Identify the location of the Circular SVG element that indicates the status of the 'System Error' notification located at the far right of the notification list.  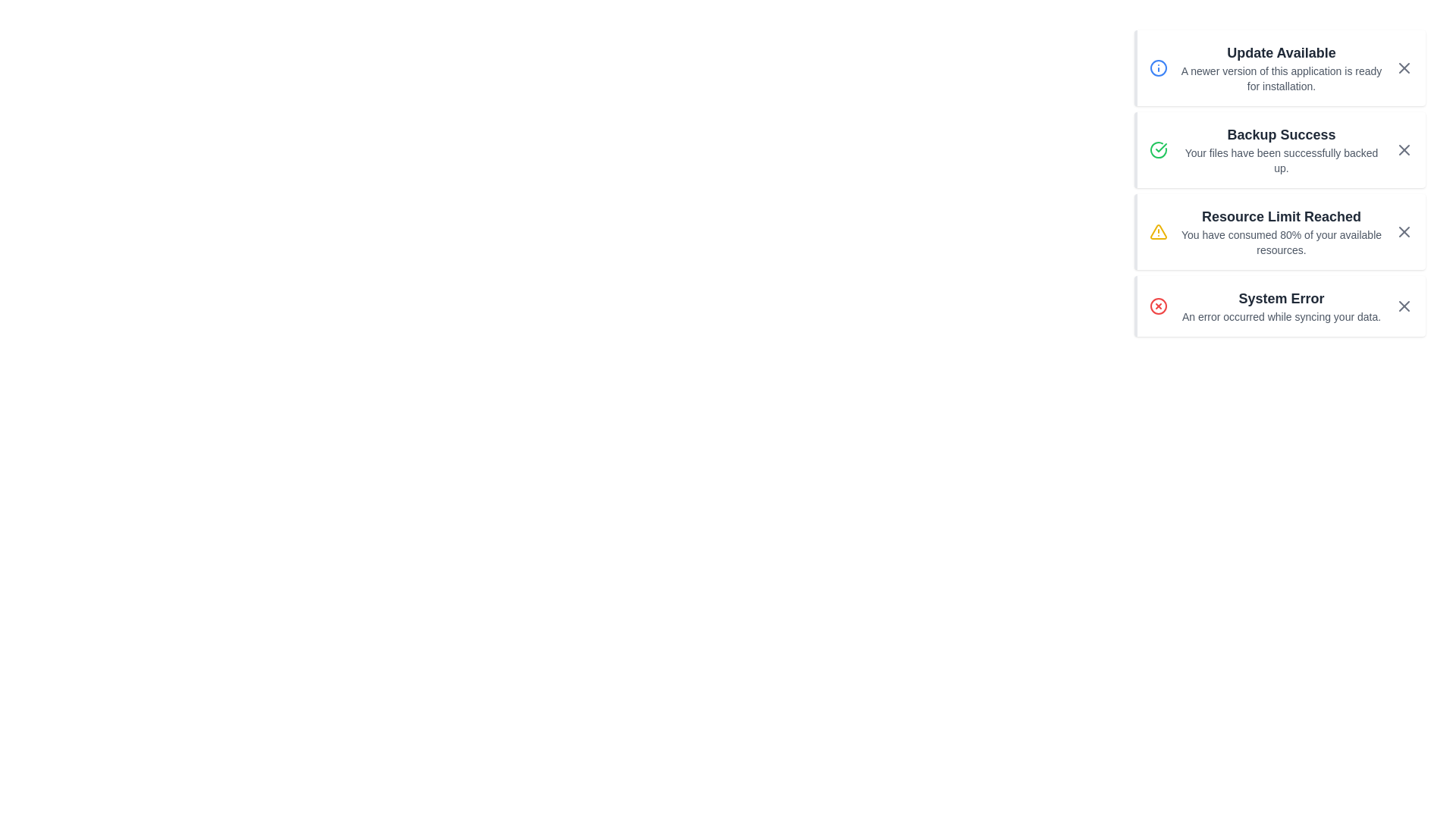
(1157, 306).